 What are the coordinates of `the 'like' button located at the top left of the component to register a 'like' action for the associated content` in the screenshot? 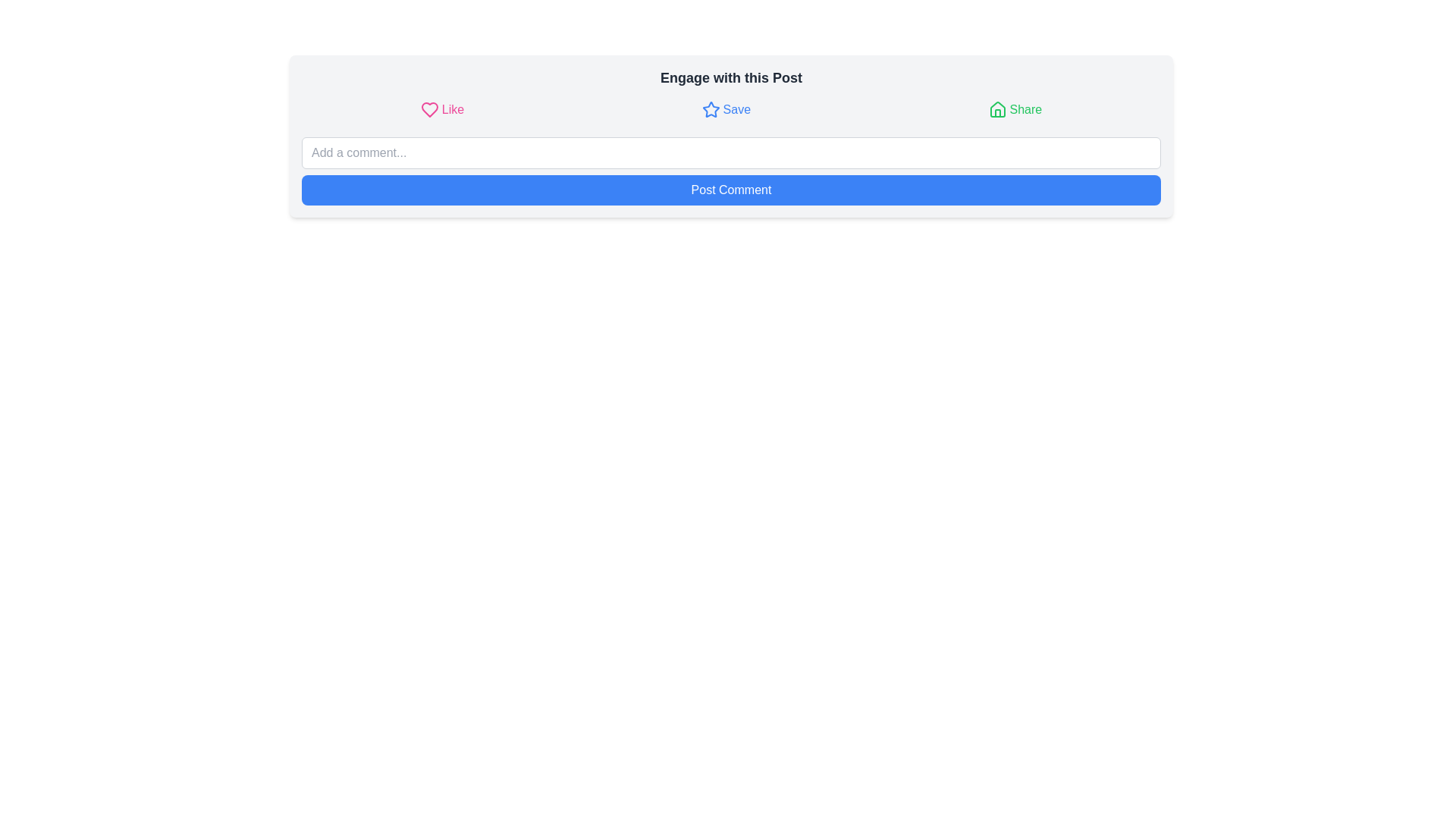 It's located at (441, 109).